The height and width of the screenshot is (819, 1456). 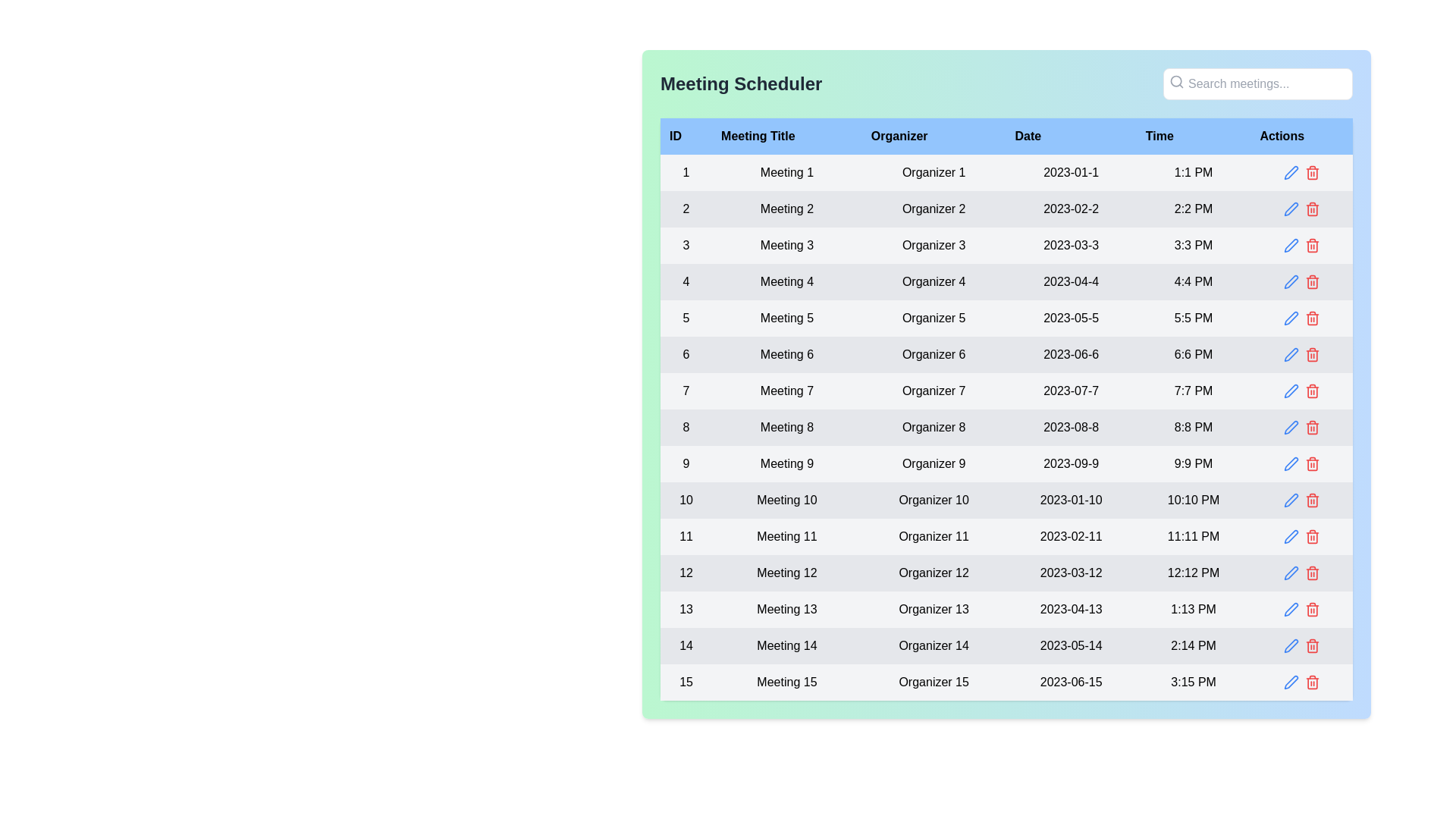 I want to click on the delete button located, so click(x=1311, y=245).